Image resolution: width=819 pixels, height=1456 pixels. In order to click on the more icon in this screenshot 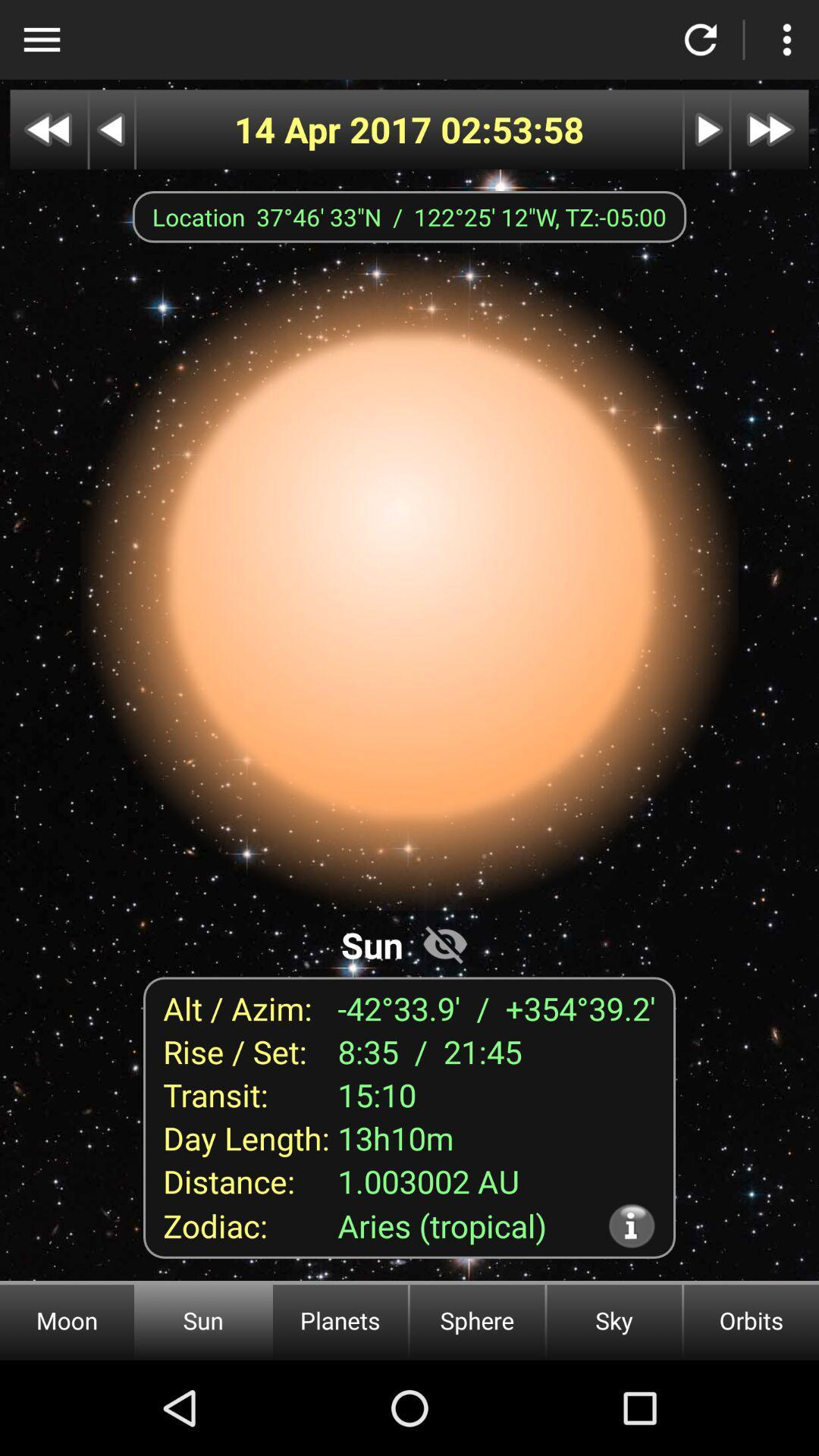, I will do `click(786, 39)`.